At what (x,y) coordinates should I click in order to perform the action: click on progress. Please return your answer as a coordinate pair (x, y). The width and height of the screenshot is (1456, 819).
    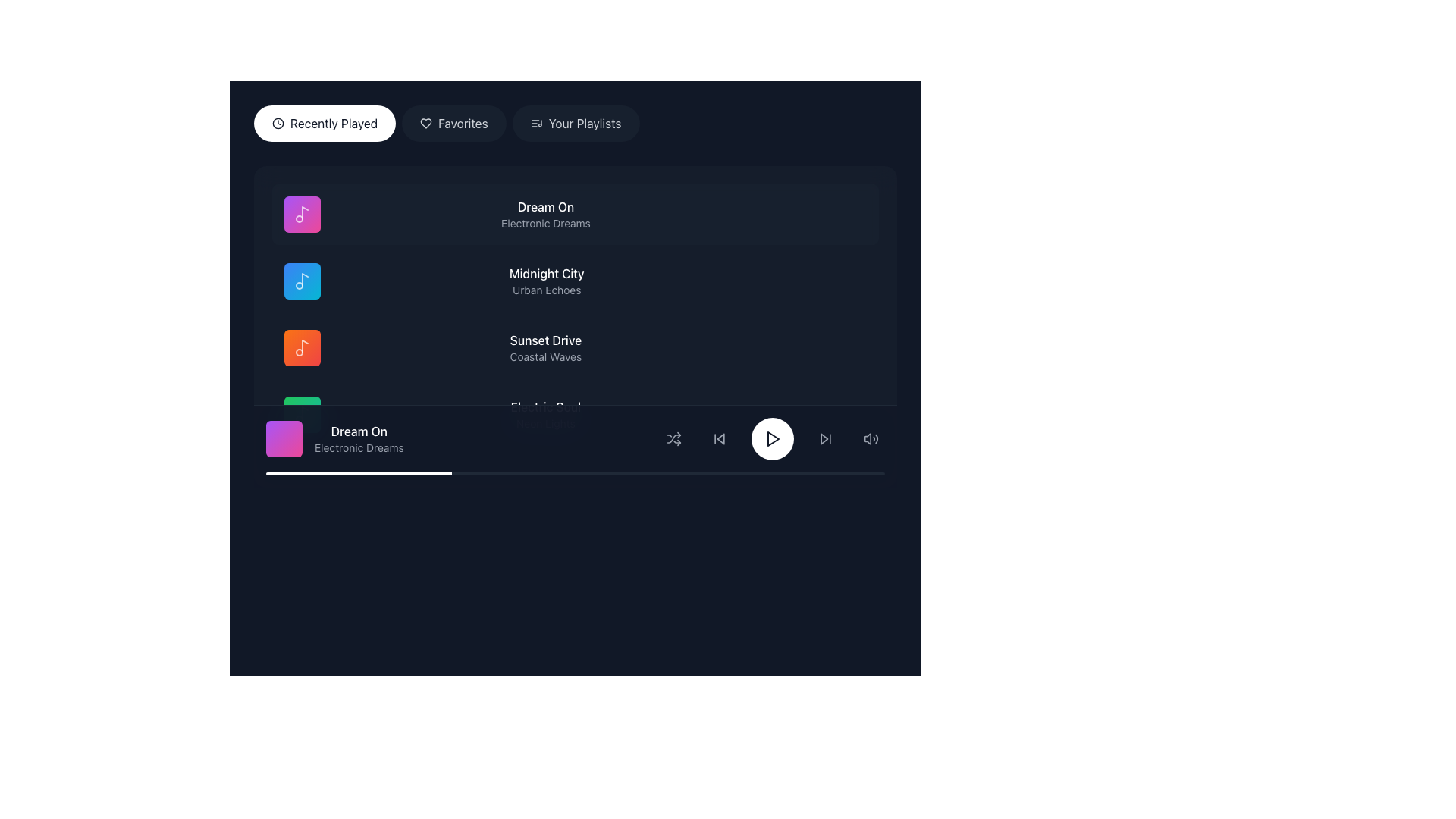
    Looking at the image, I should click on (482, 472).